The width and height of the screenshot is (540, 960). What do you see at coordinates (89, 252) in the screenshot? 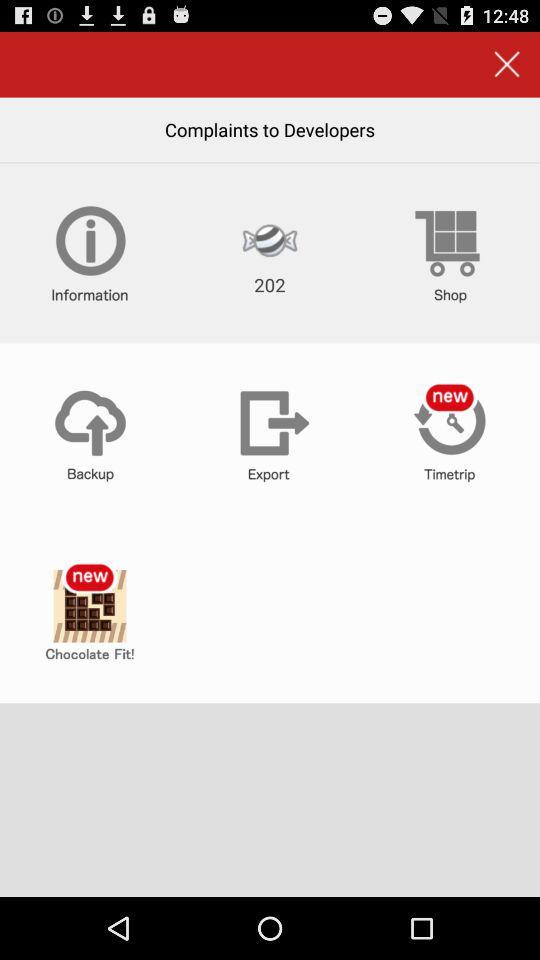
I see `open information` at bounding box center [89, 252].